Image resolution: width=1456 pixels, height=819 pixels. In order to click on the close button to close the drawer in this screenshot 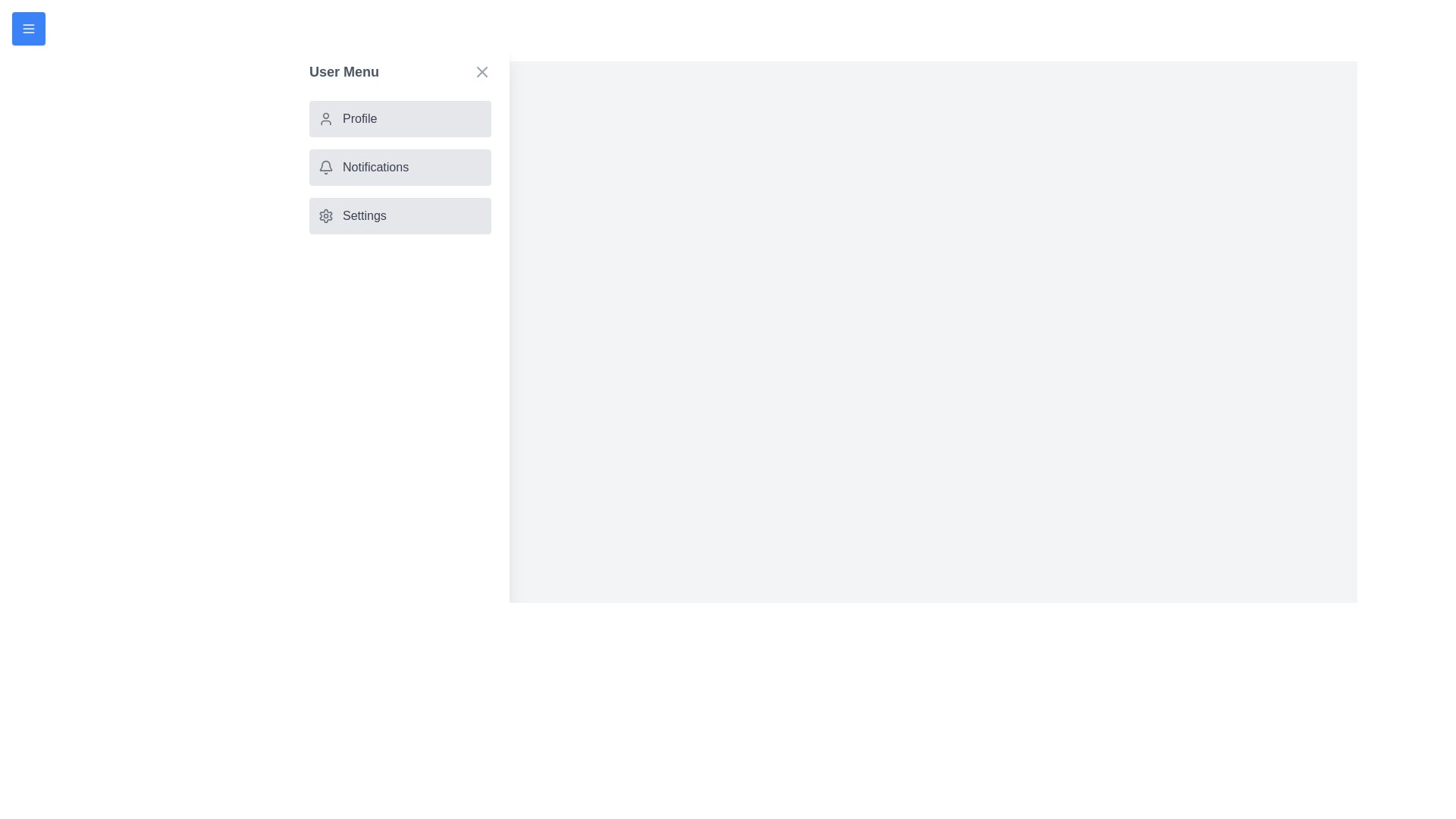, I will do `click(481, 72)`.